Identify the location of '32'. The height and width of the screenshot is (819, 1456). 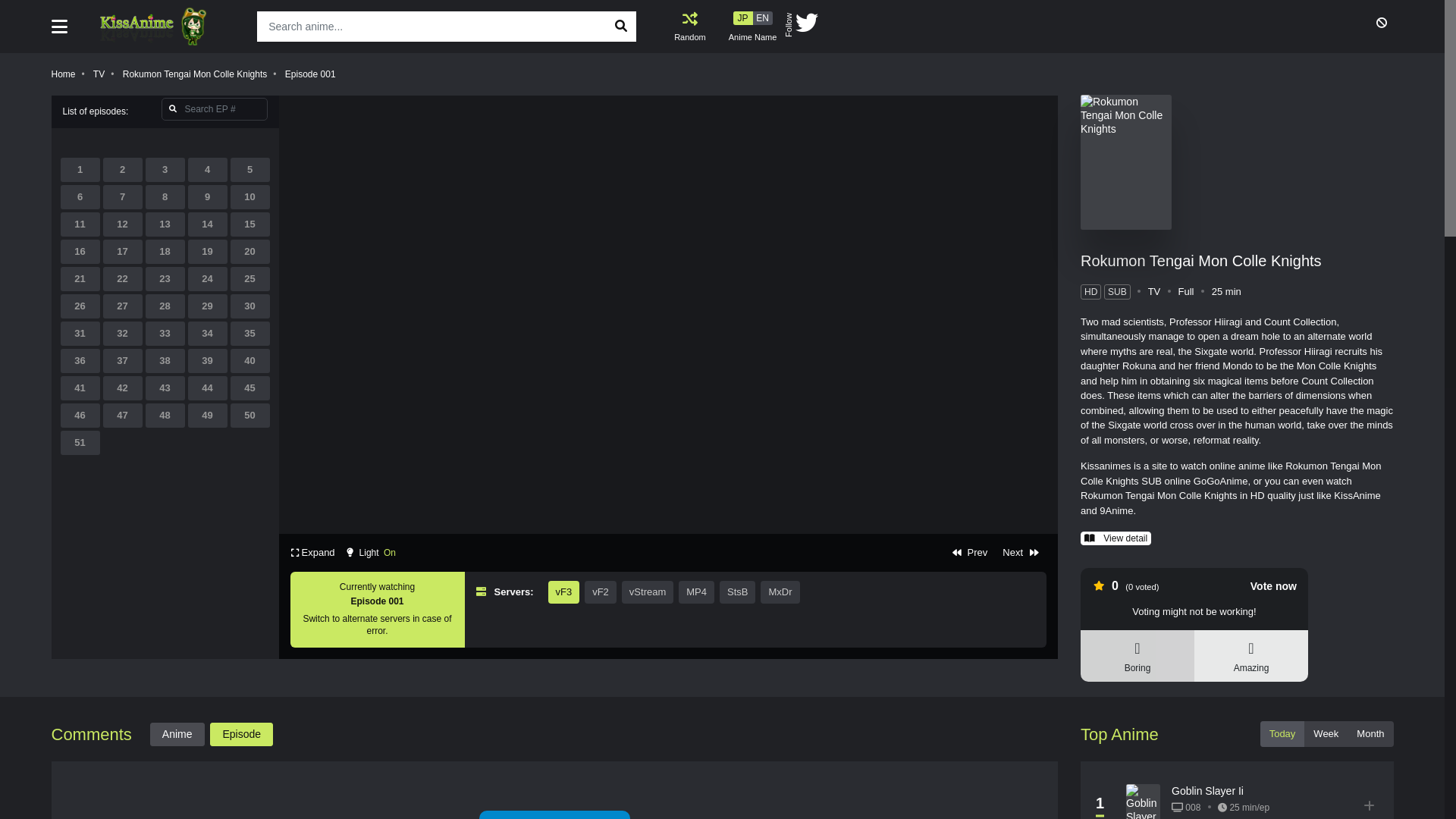
(123, 332).